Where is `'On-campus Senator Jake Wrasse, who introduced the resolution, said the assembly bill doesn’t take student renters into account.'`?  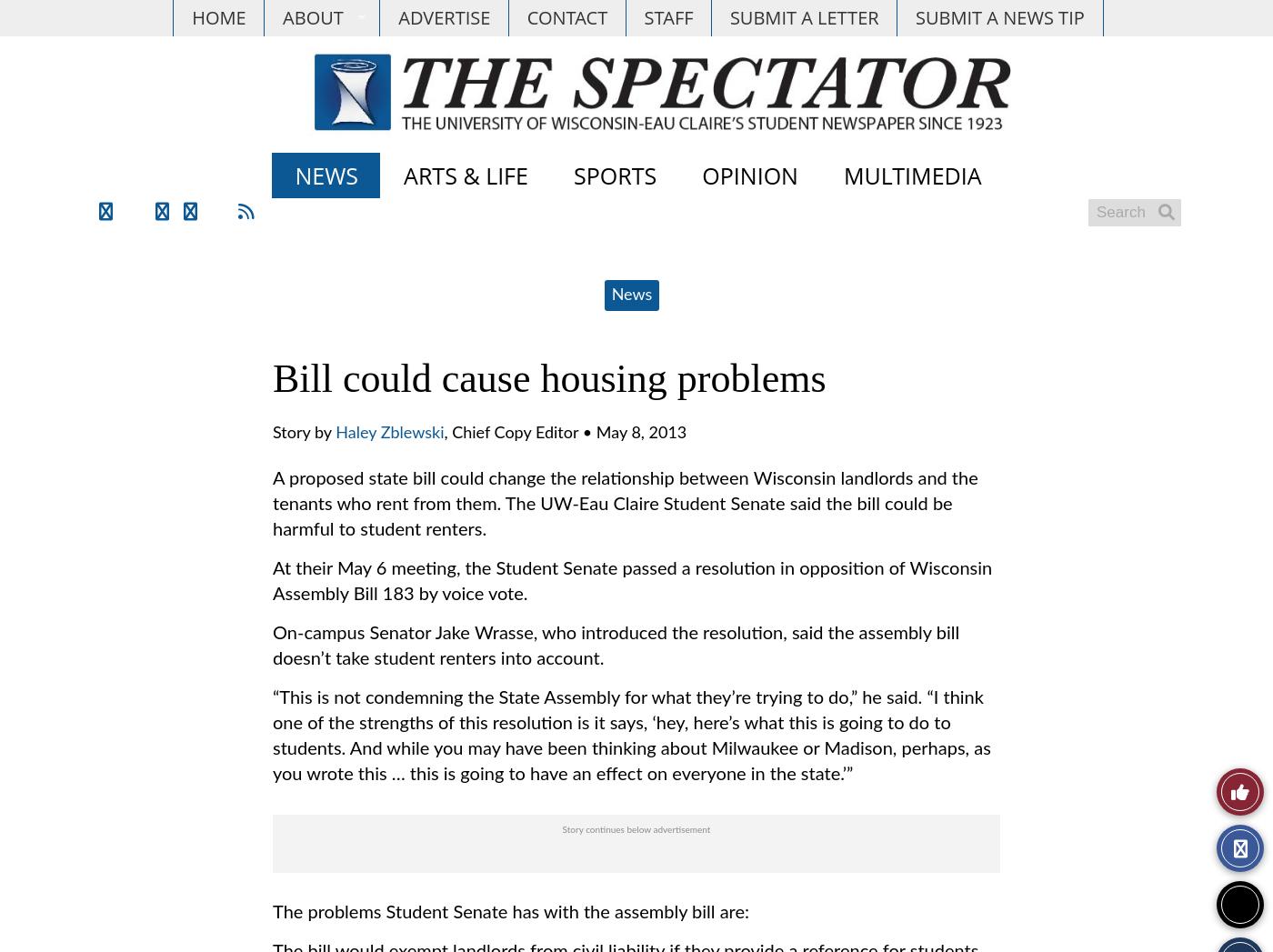
'On-campus Senator Jake Wrasse, who introduced the resolution, said the assembly bill doesn’t take student renters into account.' is located at coordinates (616, 646).